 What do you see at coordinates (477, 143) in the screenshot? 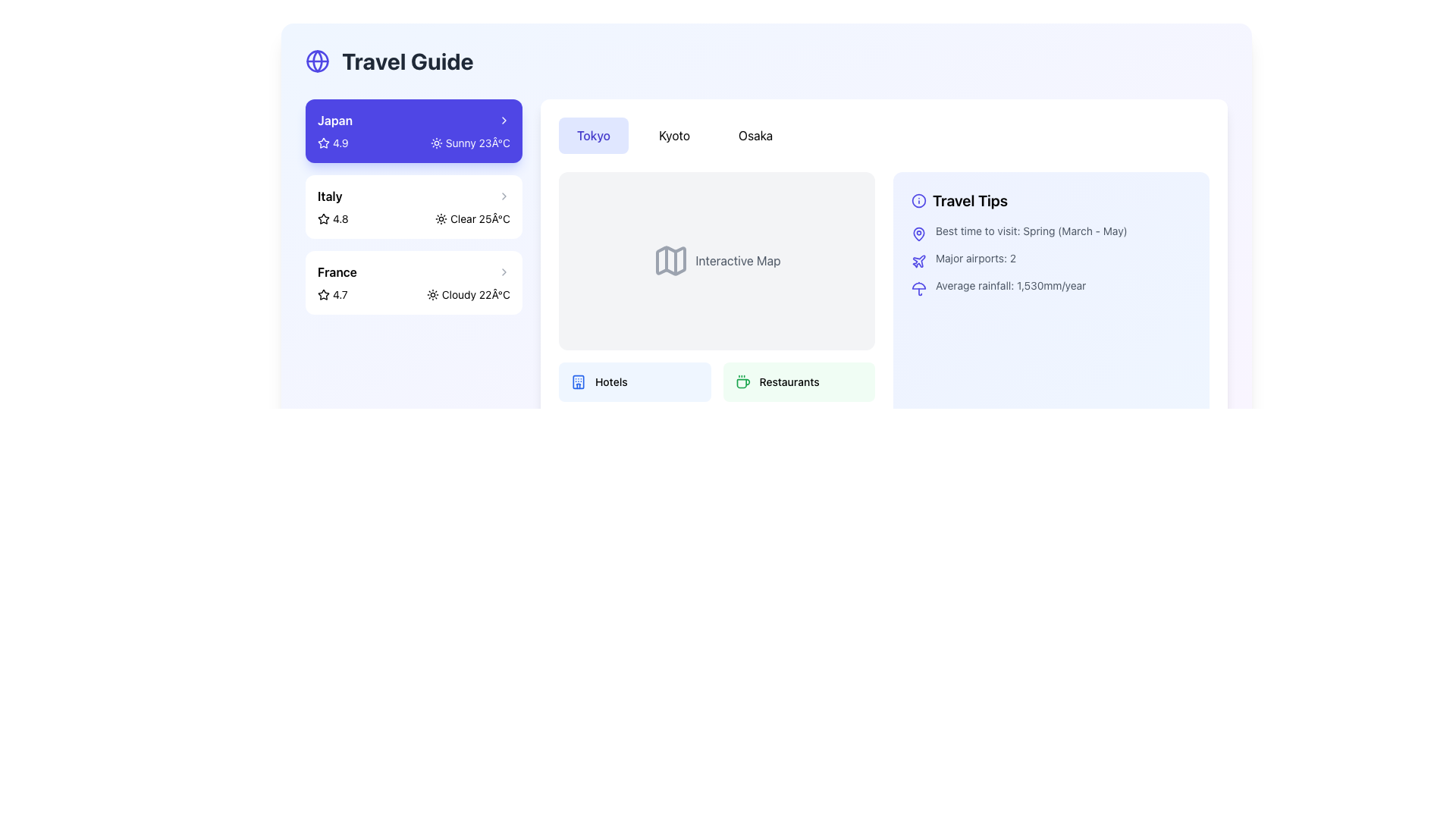
I see `the static text component displaying 'Sunny 23Â°C' which is aligned with a sunny weather icon and located in the rightmost portion of the highlighted area for 'Japan'` at bounding box center [477, 143].